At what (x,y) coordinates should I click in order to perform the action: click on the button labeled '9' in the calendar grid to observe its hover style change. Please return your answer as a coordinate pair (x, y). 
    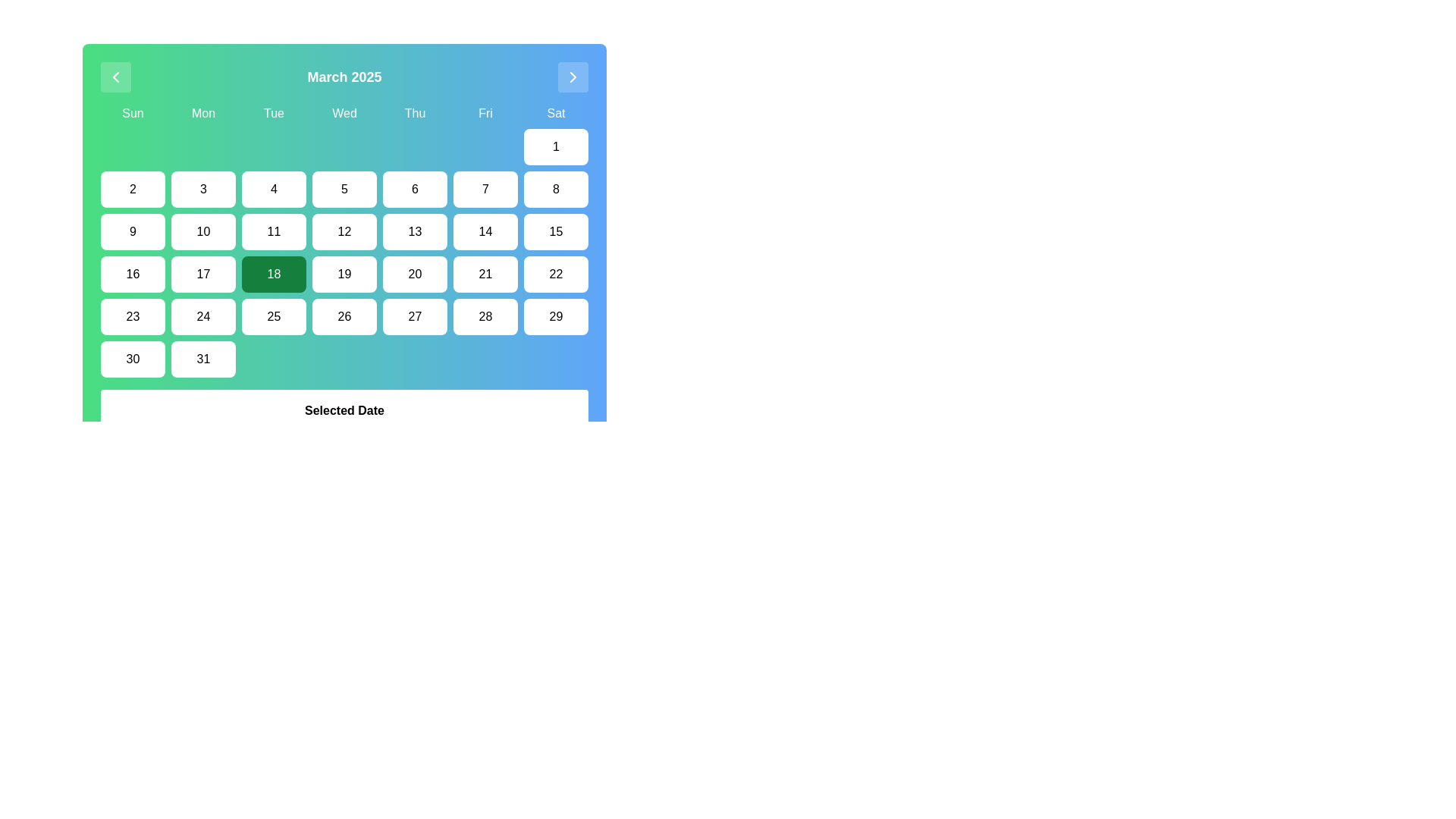
    Looking at the image, I should click on (133, 231).